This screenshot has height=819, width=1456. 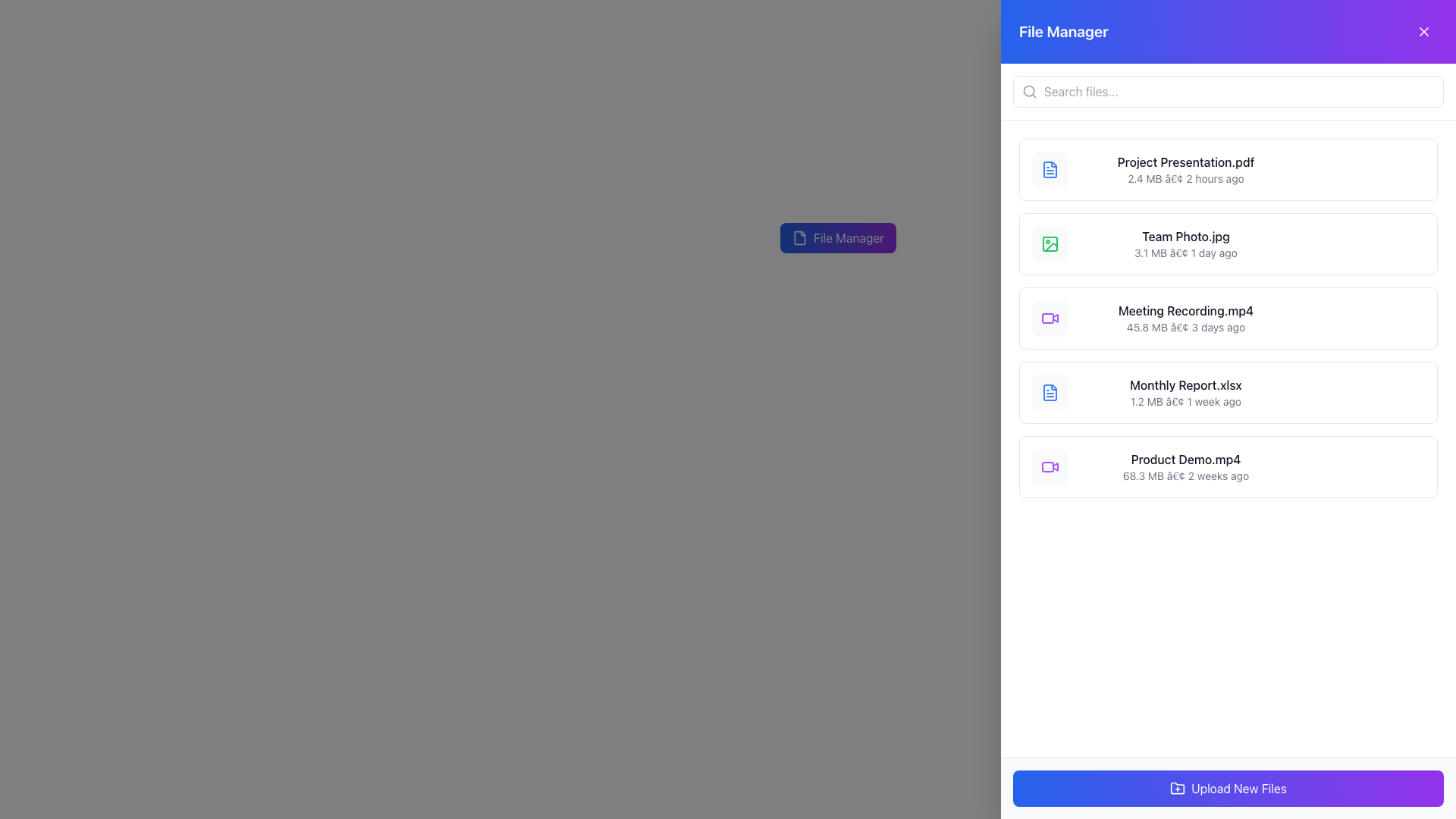 I want to click on on the text element displaying the file name 'Monthly Report.xlsx', so click(x=1185, y=384).